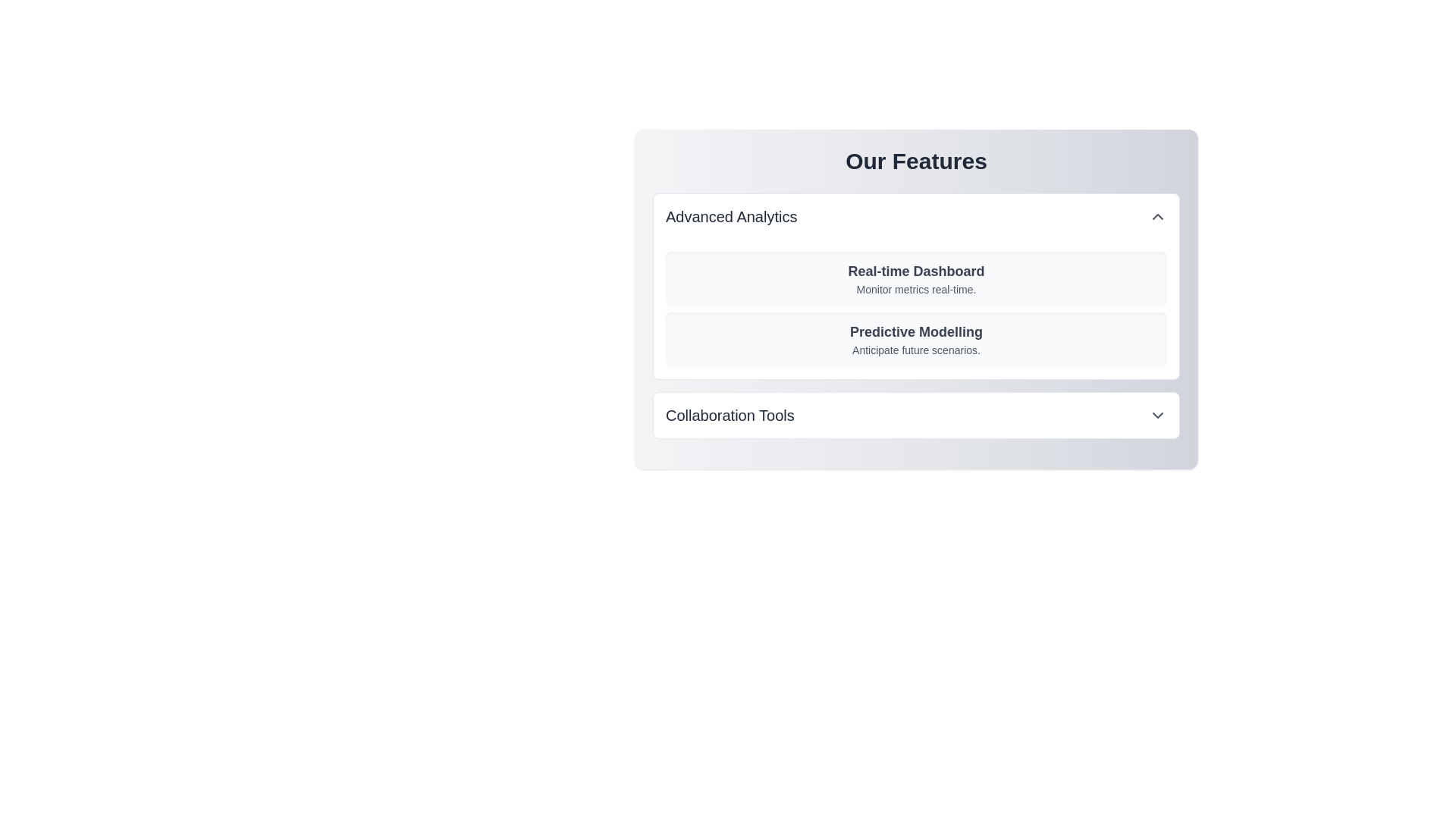  Describe the element at coordinates (1156, 216) in the screenshot. I see `the upward-pointing Chevron Icon located on the far-right side of the 'Advanced Analytics' section header` at that location.